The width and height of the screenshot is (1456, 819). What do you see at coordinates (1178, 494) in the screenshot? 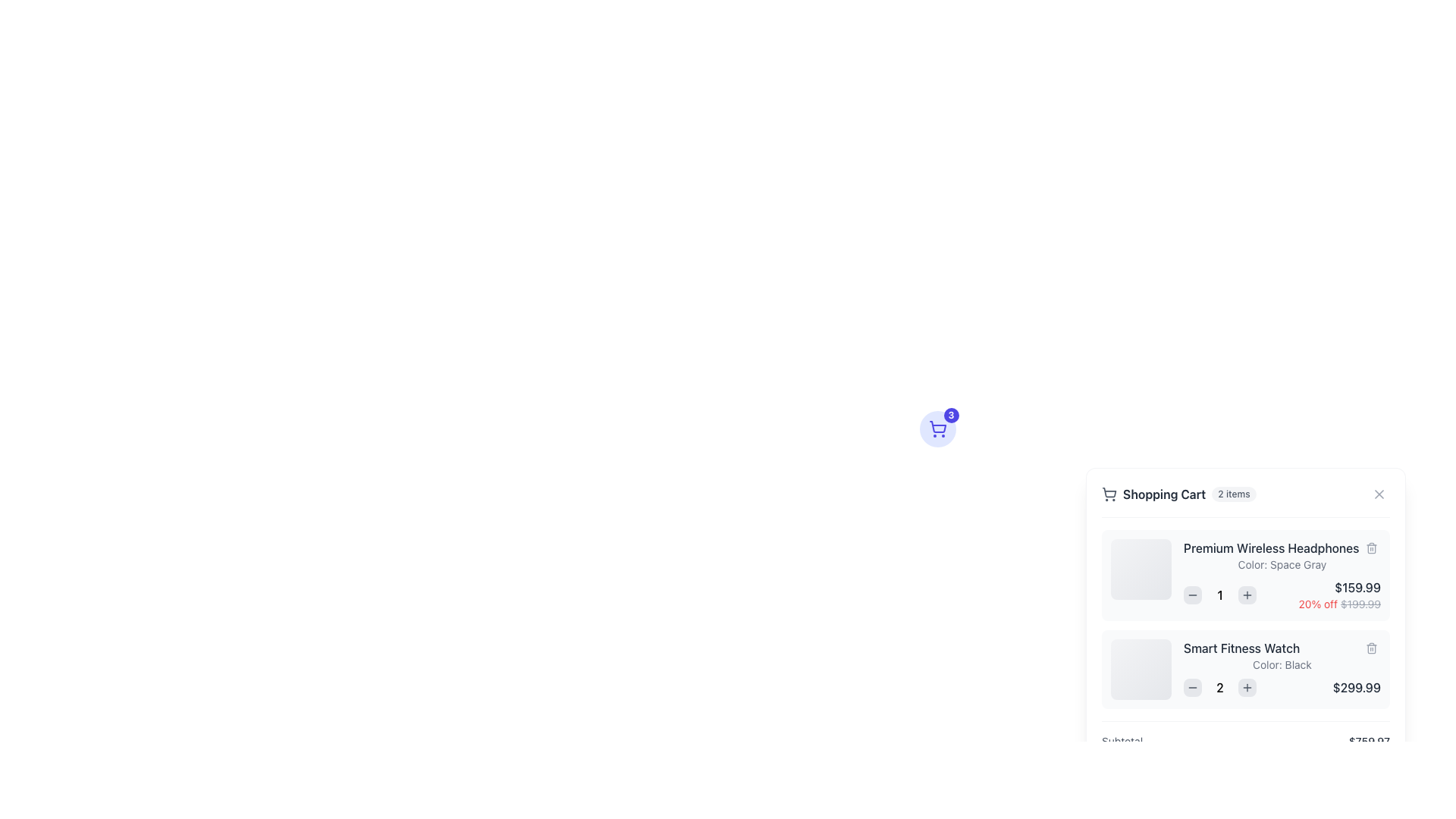
I see `the text element indicating the shopping cart, which includes a badge showing '2 items' and is located at the top-left corner of the cart display area` at bounding box center [1178, 494].